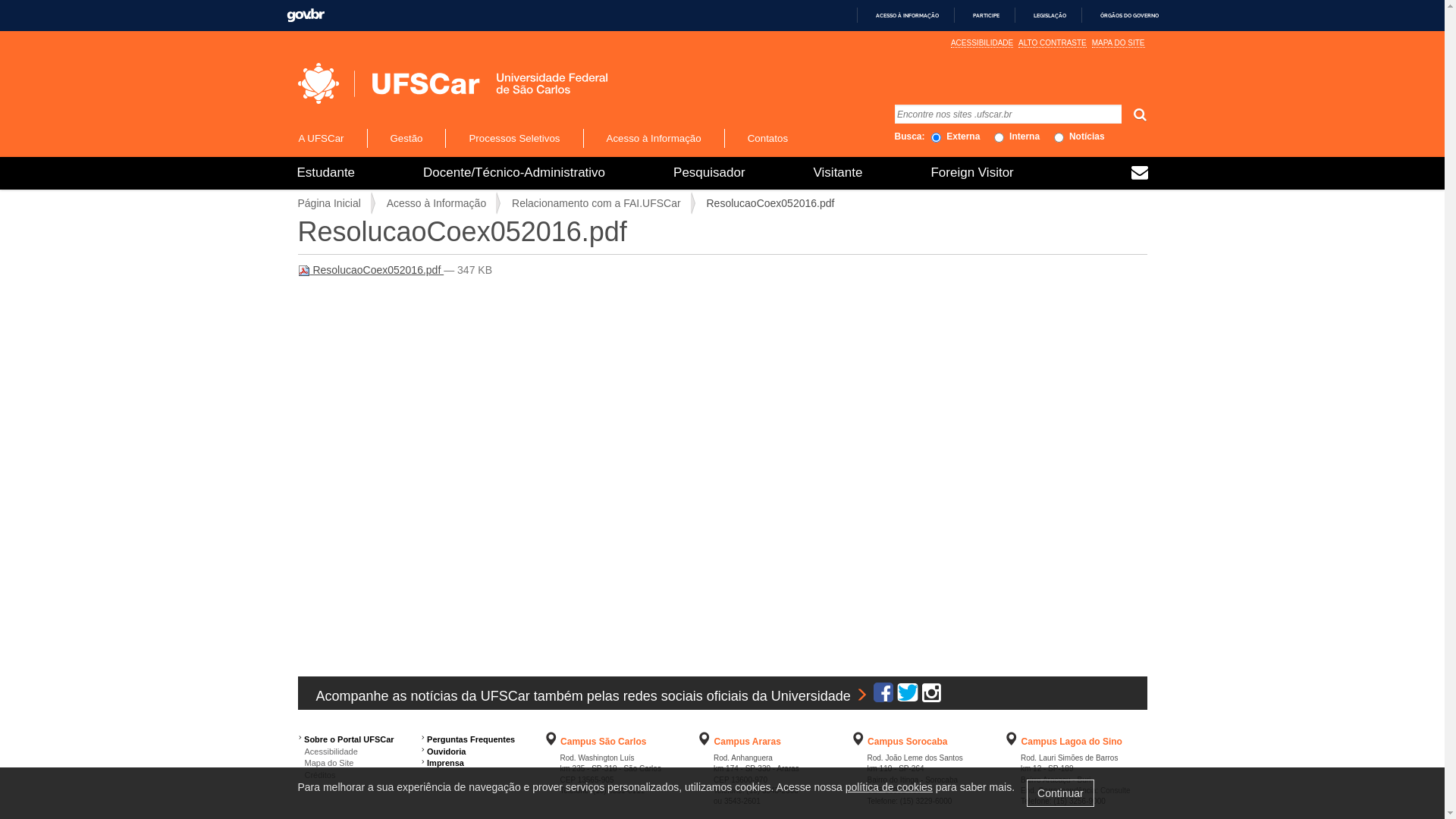 The image size is (1456, 819). I want to click on 'Facebook UFSCar Oficial', so click(883, 696).